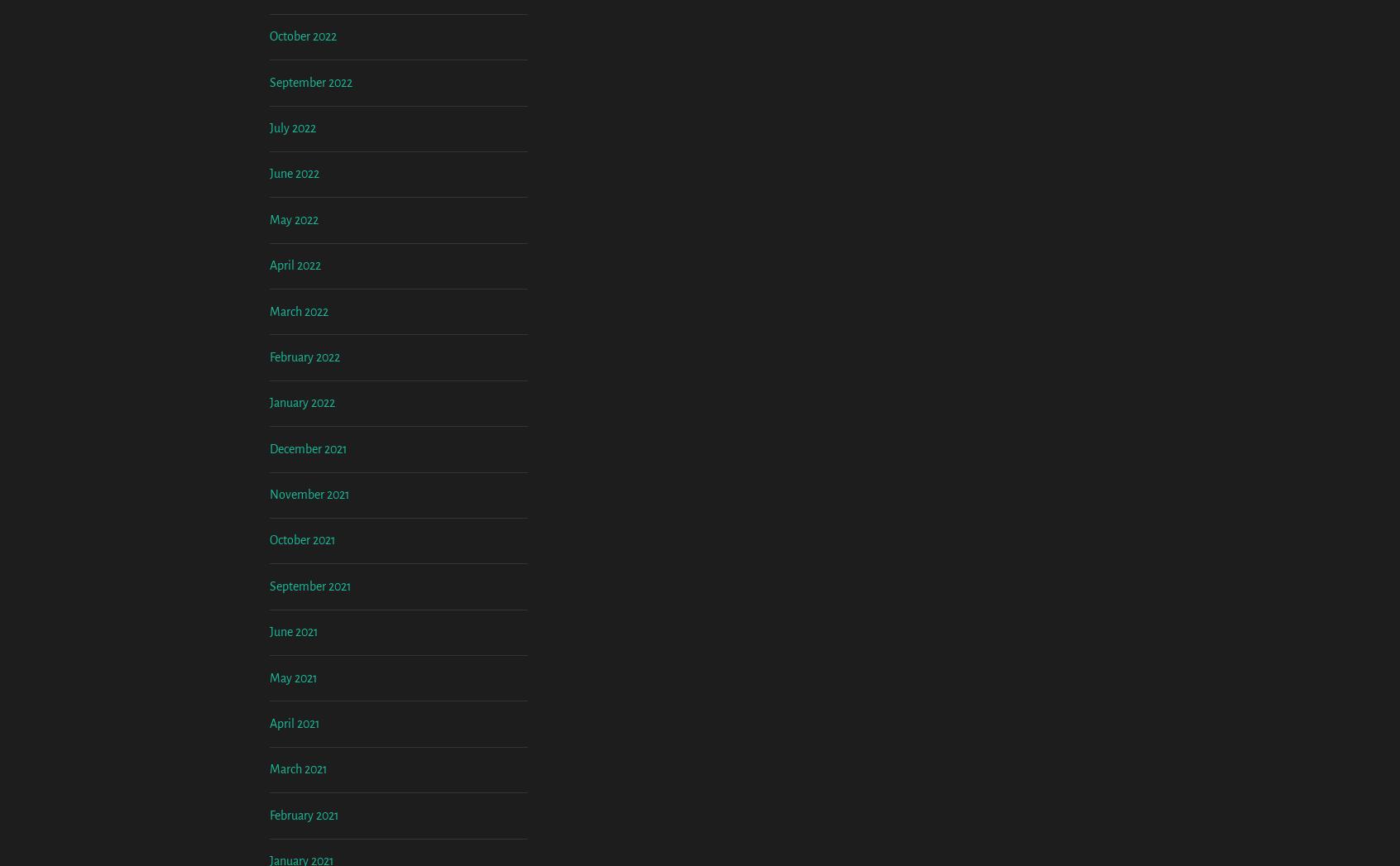 This screenshot has width=1400, height=866. I want to click on 'June 2021', so click(294, 769).